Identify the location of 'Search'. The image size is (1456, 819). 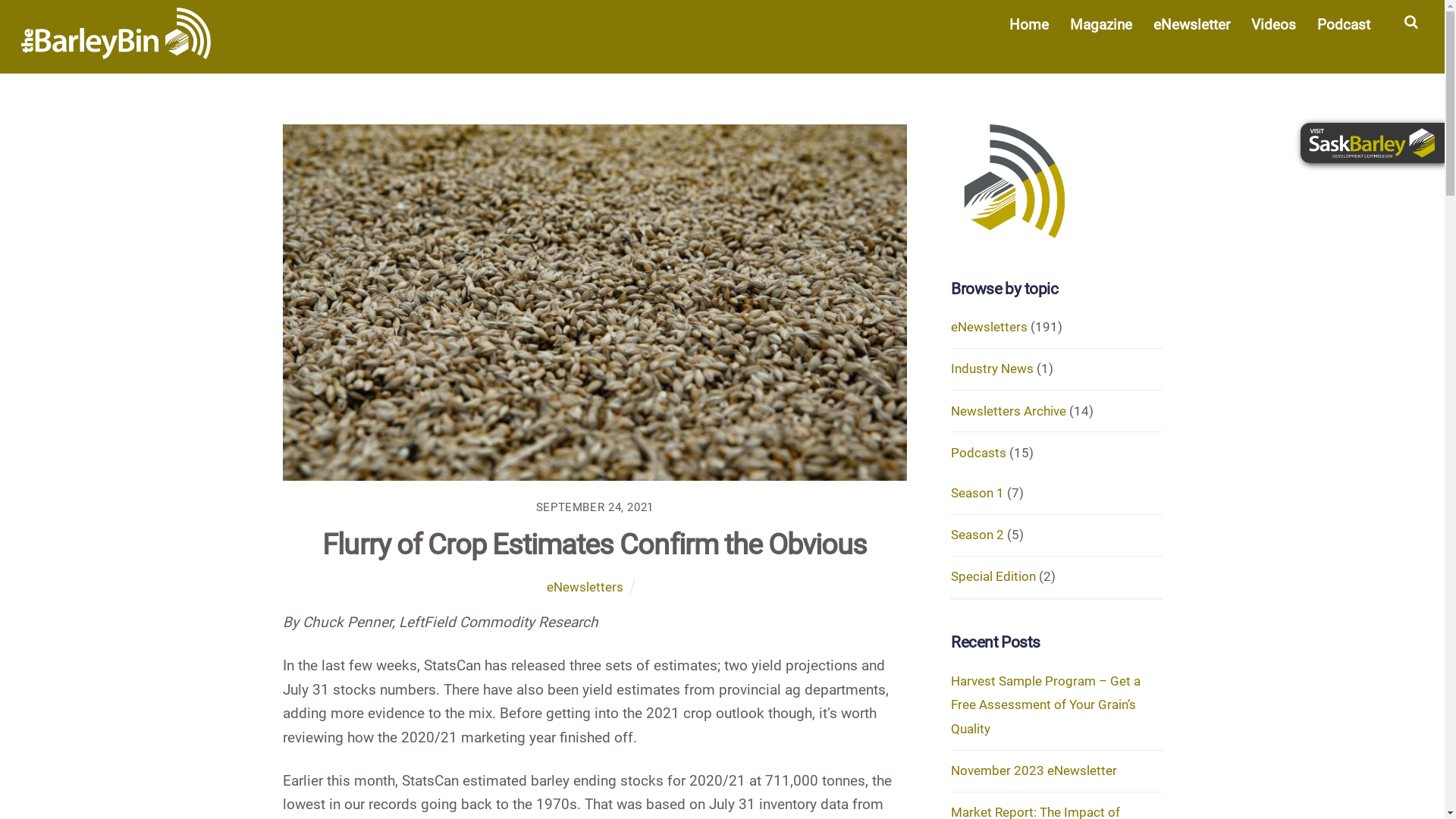
(1410, 27).